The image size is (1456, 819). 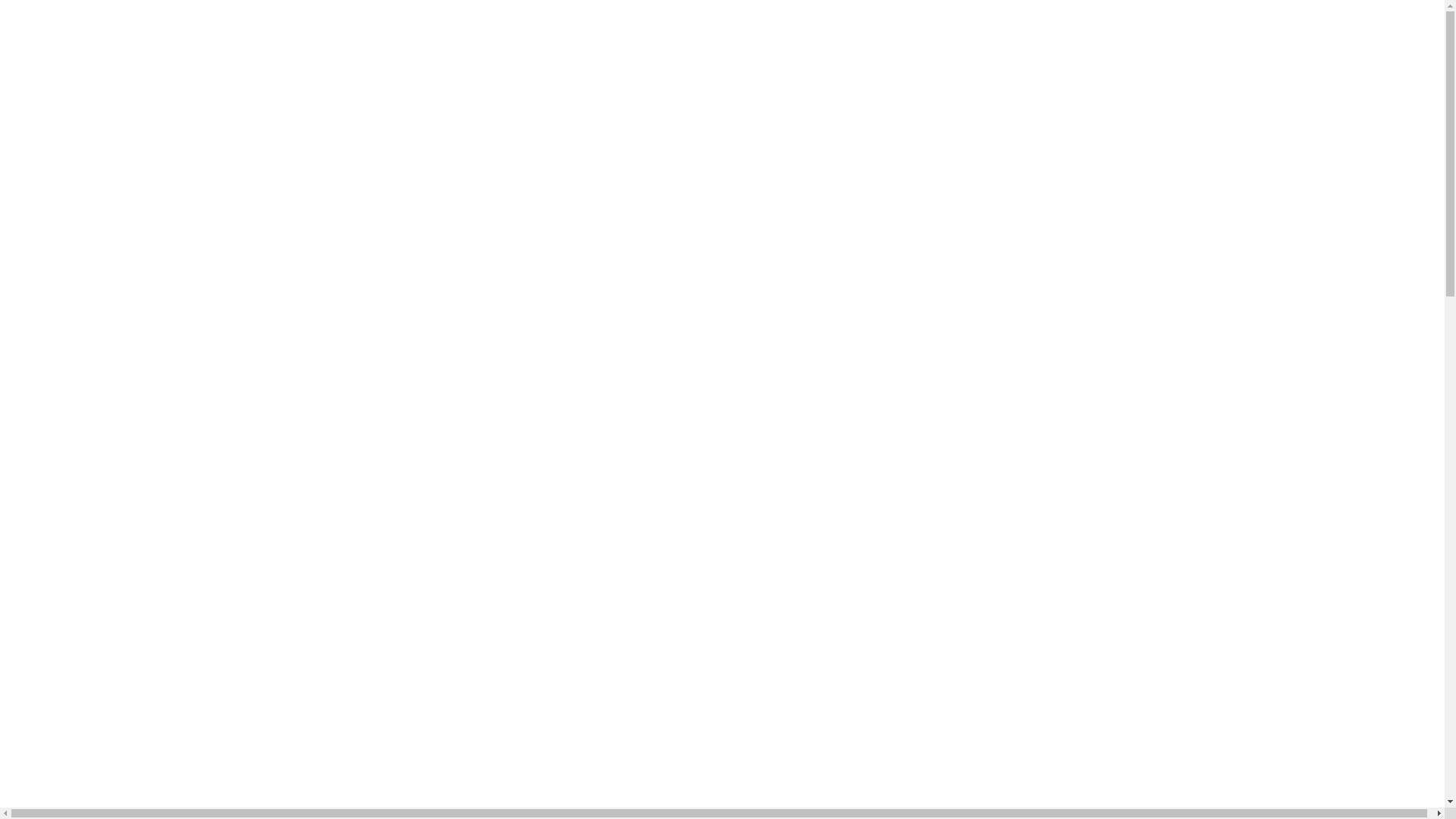 What do you see at coordinates (9, 250) in the screenshot?
I see `'0'` at bounding box center [9, 250].